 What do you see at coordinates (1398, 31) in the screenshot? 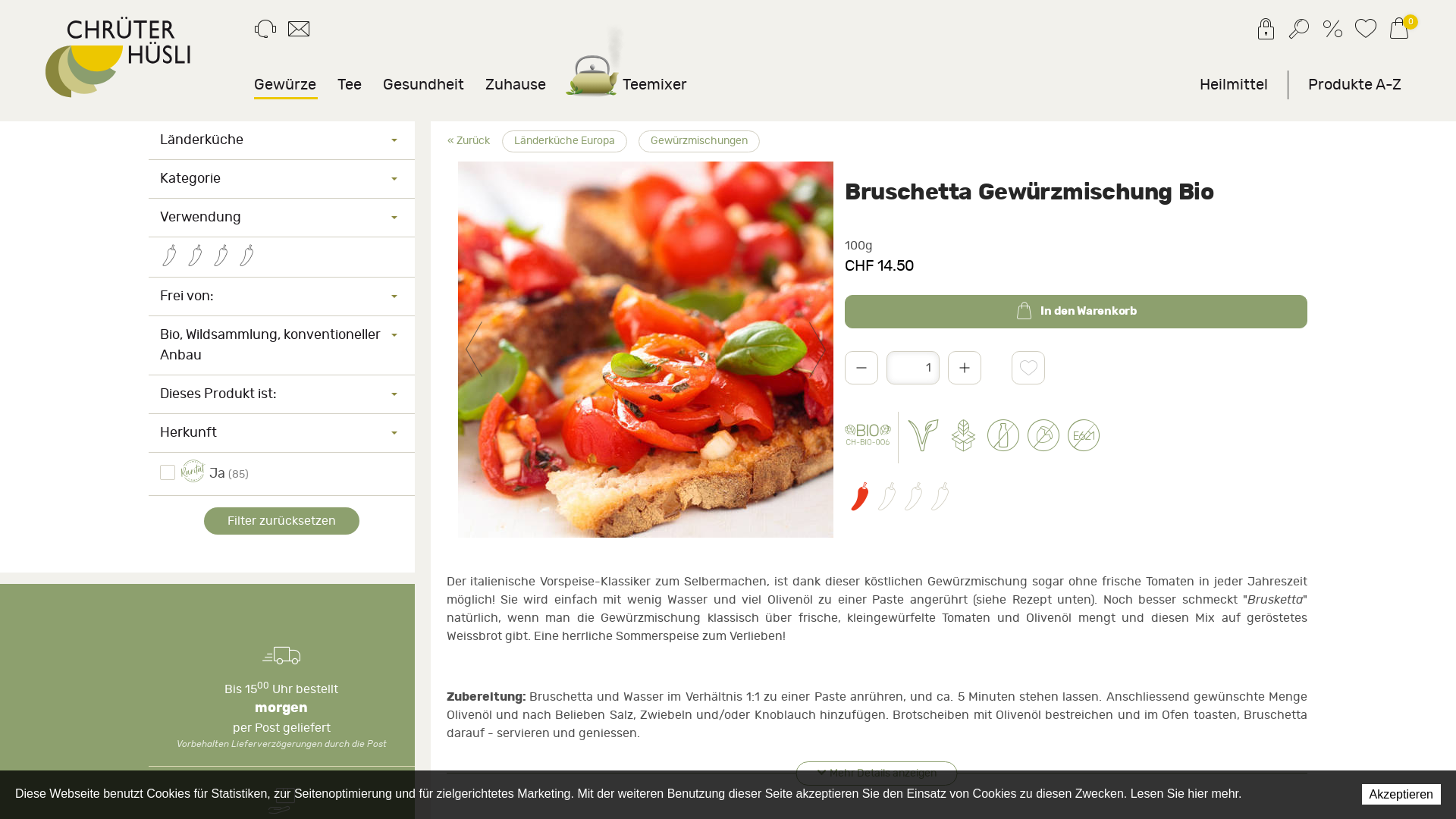
I see `'Warenkorb` at bounding box center [1398, 31].